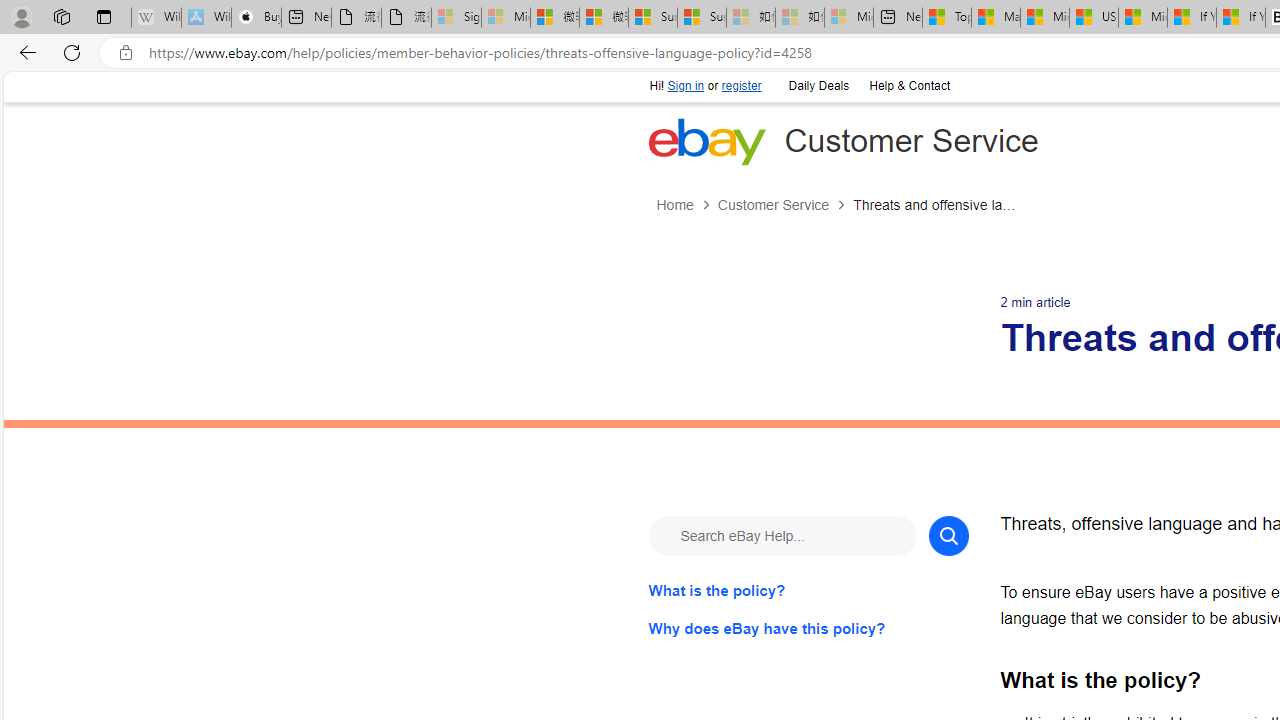  What do you see at coordinates (255, 17) in the screenshot?
I see `'Buy iPad - Apple'` at bounding box center [255, 17].